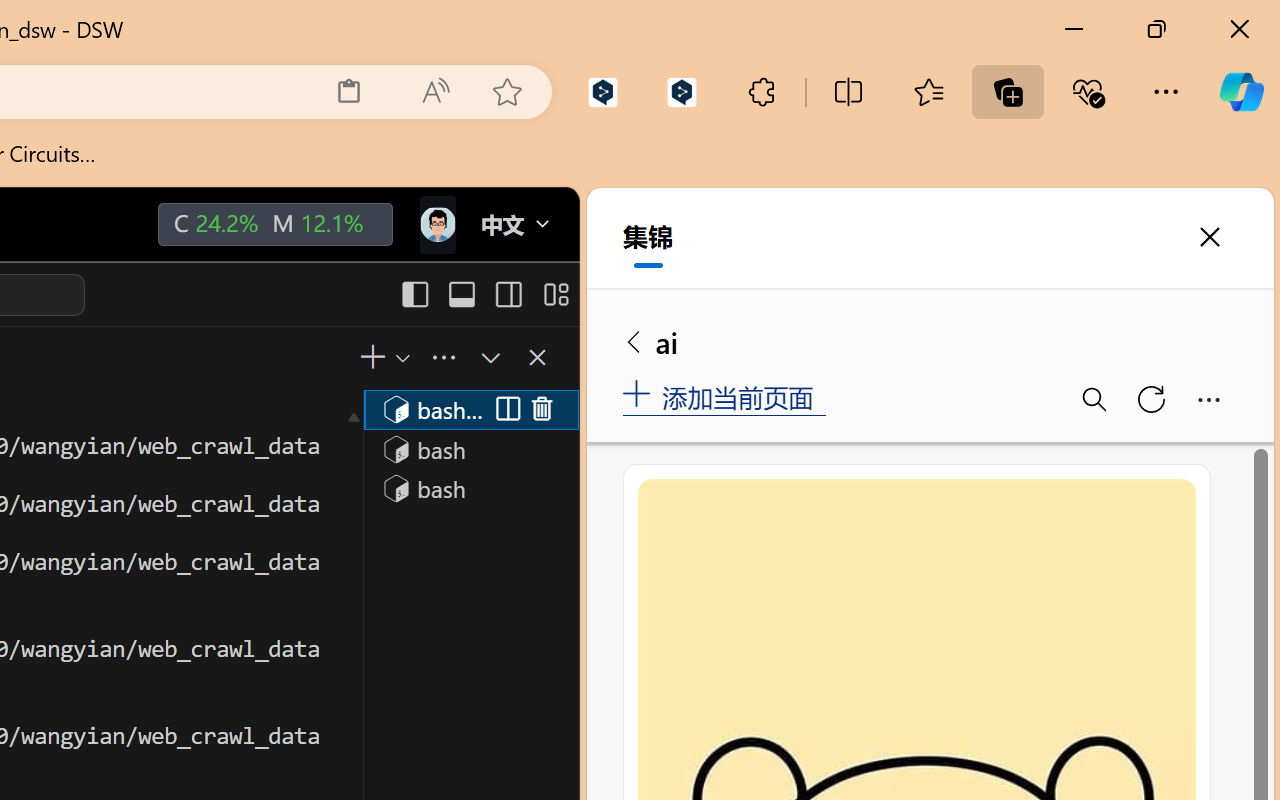 This screenshot has width=1280, height=800. What do you see at coordinates (1240, 91) in the screenshot?
I see `'Copilot (Ctrl+Shift+.)'` at bounding box center [1240, 91].